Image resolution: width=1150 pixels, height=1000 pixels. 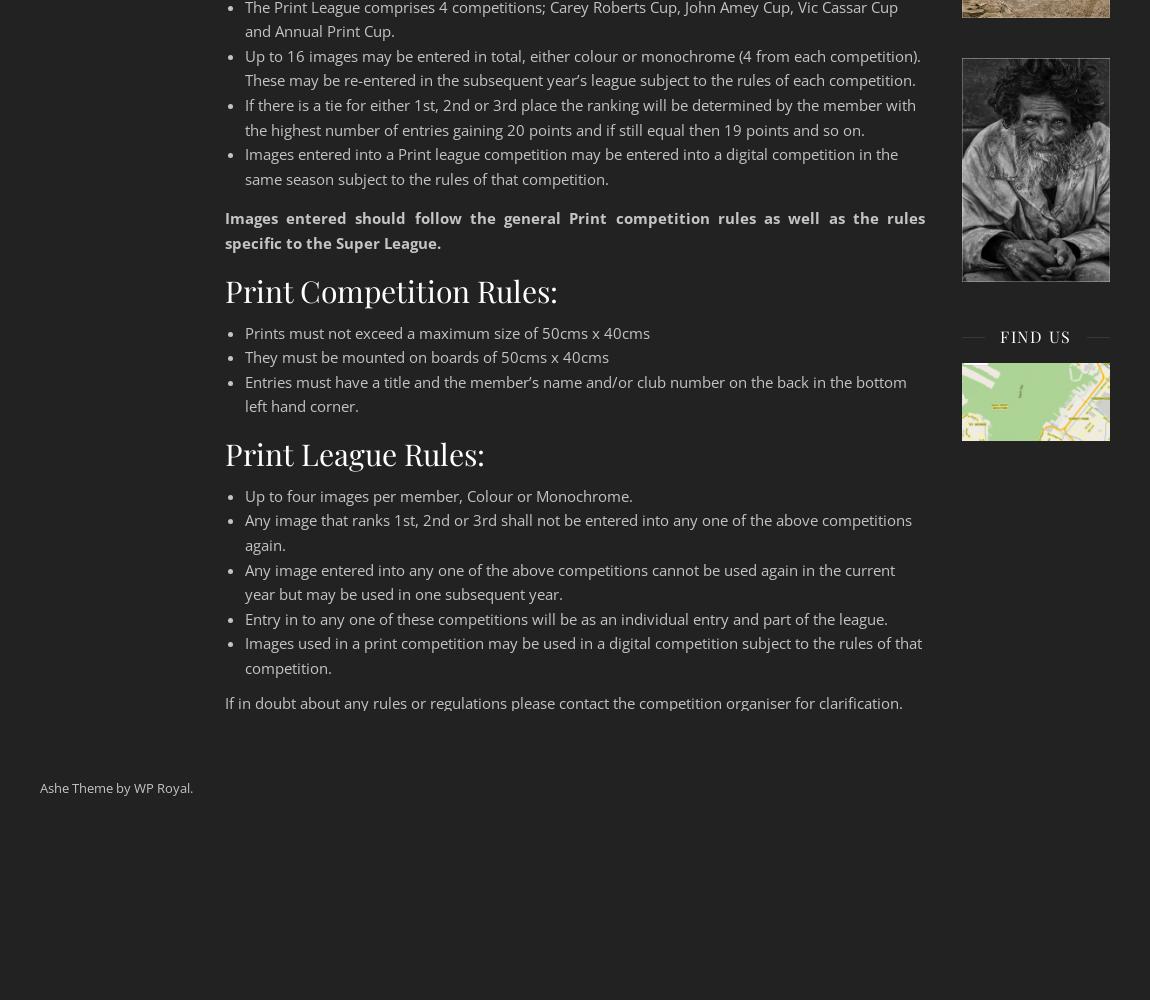 What do you see at coordinates (355, 452) in the screenshot?
I see `'Print League Rules:'` at bounding box center [355, 452].